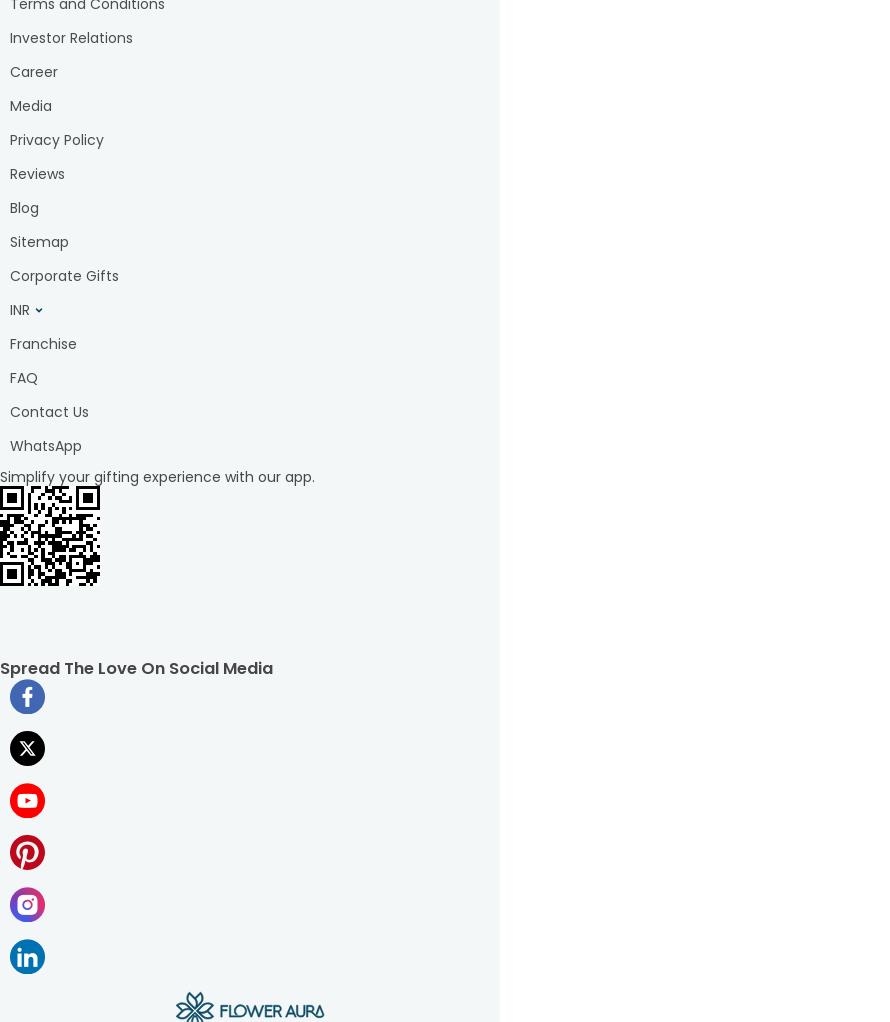 Image resolution: width=890 pixels, height=1022 pixels. What do you see at coordinates (249, 911) in the screenshot?
I see `'and gift baskets to suit your needs. Order now and experience the joy of FlowerAura!'` at bounding box center [249, 911].